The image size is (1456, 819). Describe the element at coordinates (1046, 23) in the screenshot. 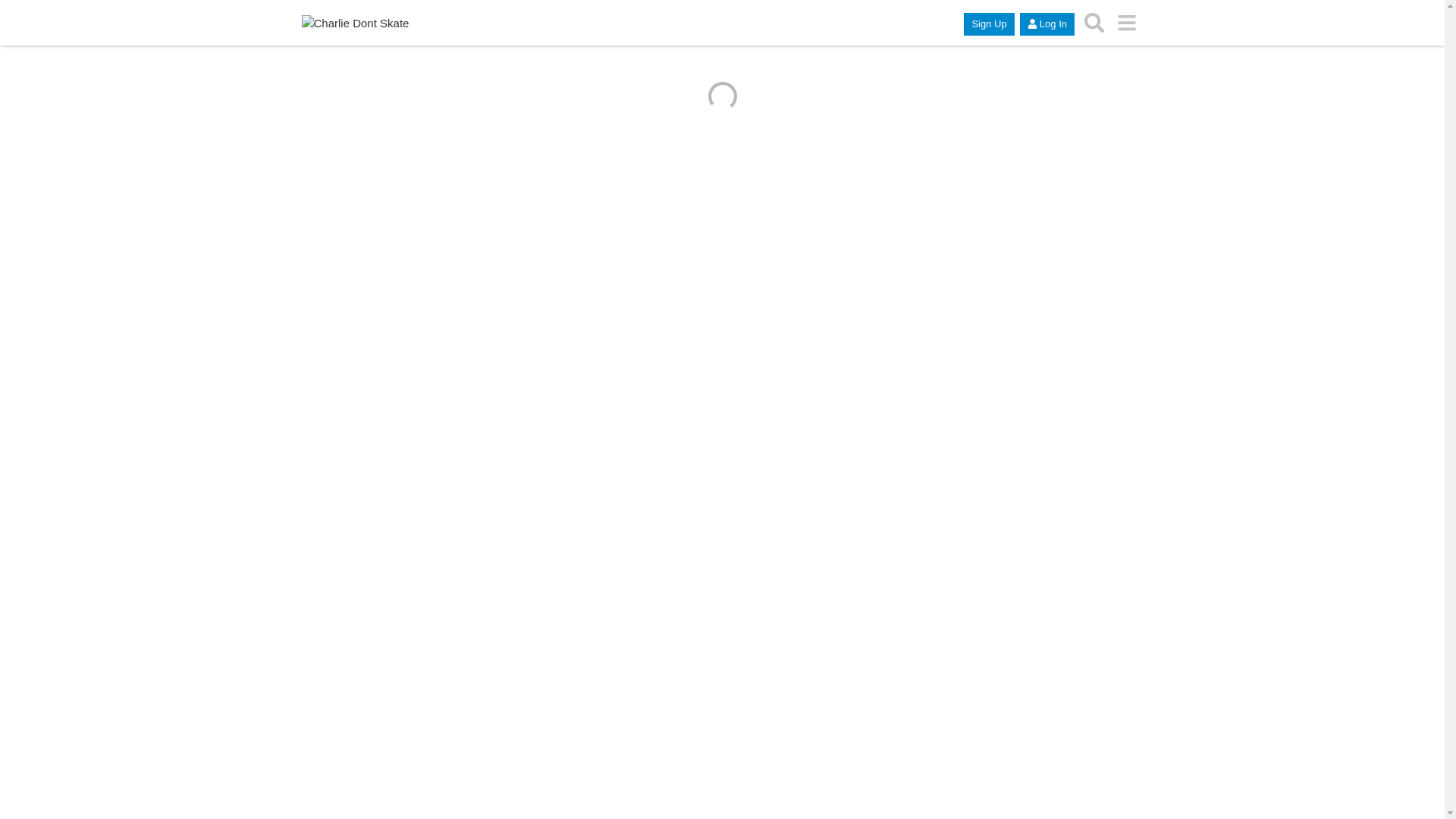

I see `'Log In'` at that location.